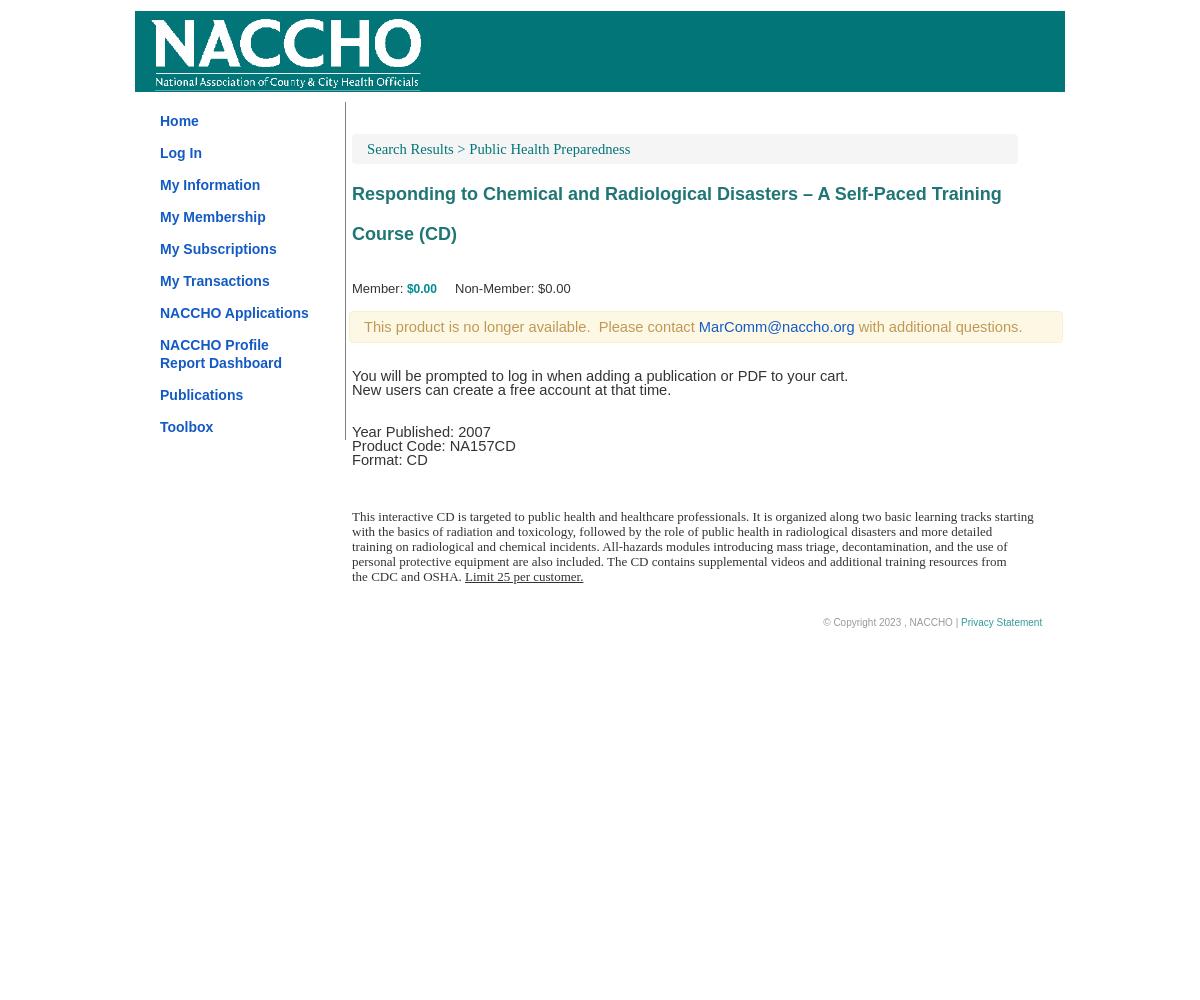 The height and width of the screenshot is (1000, 1200). What do you see at coordinates (775, 326) in the screenshot?
I see `'MarComm@naccho.org'` at bounding box center [775, 326].